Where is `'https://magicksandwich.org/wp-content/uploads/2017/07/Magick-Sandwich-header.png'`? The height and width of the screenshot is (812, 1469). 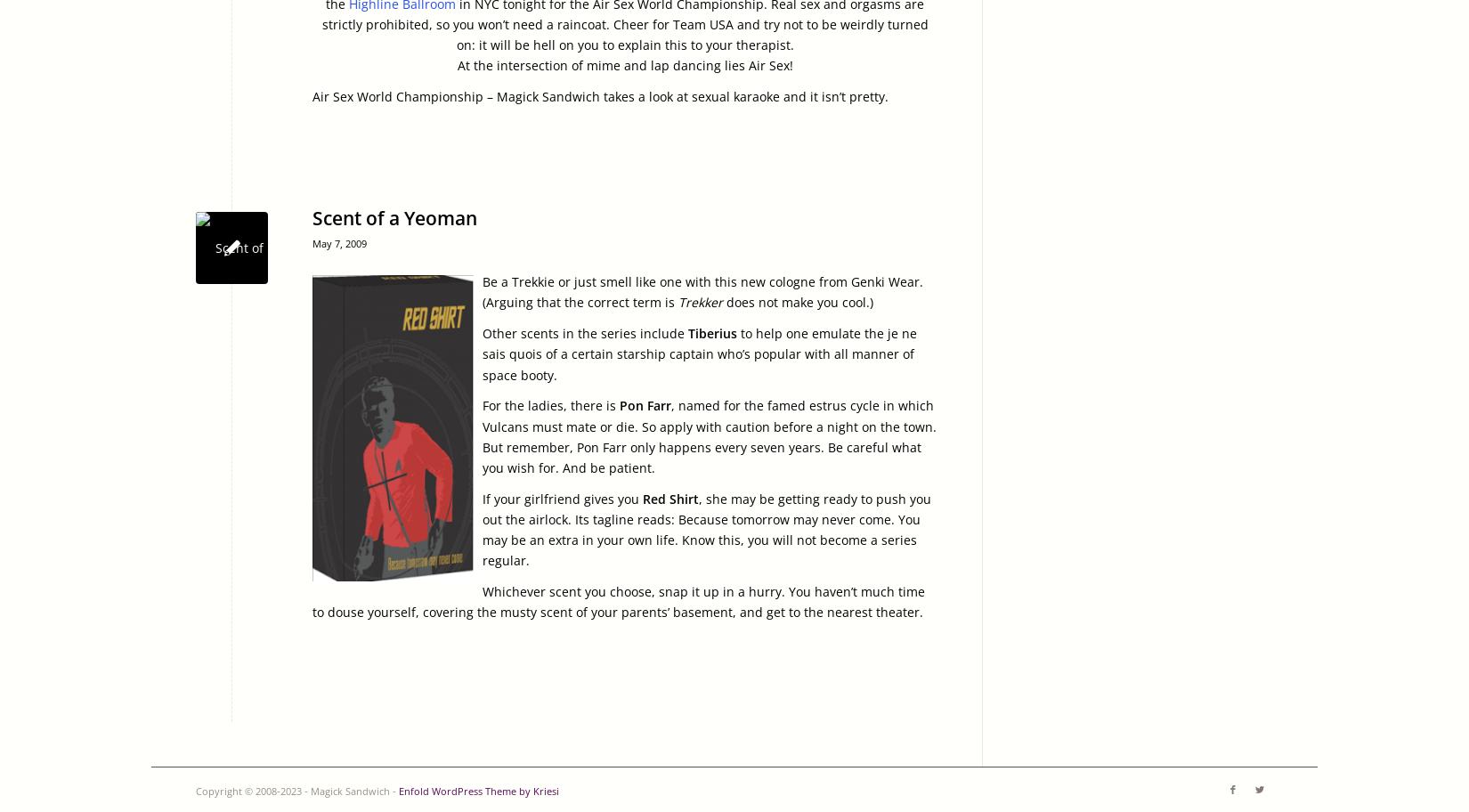
'https://magicksandwich.org/wp-content/uploads/2017/07/Magick-Sandwich-header.png' is located at coordinates (457, 237).